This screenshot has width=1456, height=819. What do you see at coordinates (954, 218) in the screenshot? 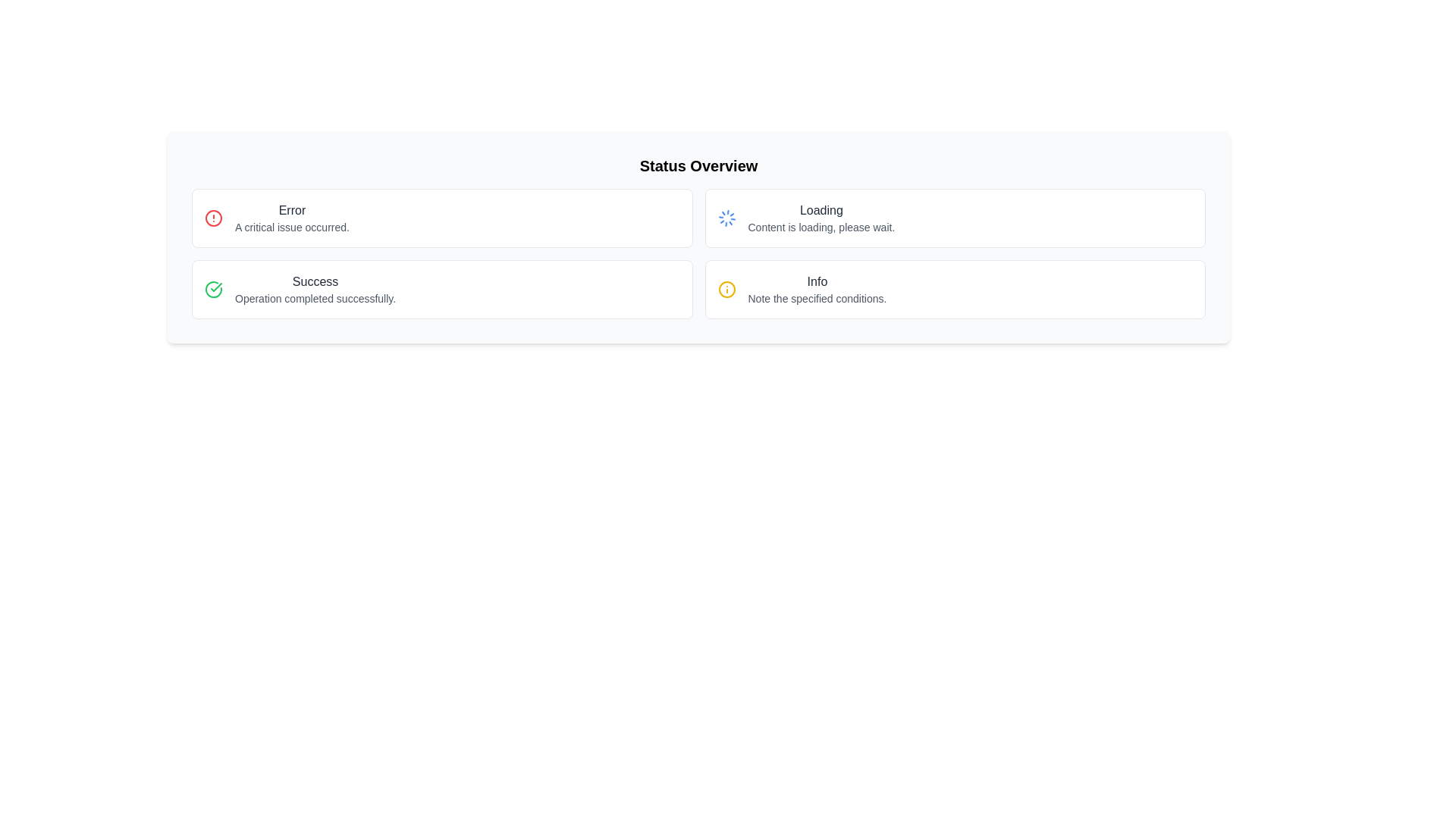
I see `status message from the Notification Card located in the top-right corner of the grid, which indicates an ongoing loading process` at bounding box center [954, 218].